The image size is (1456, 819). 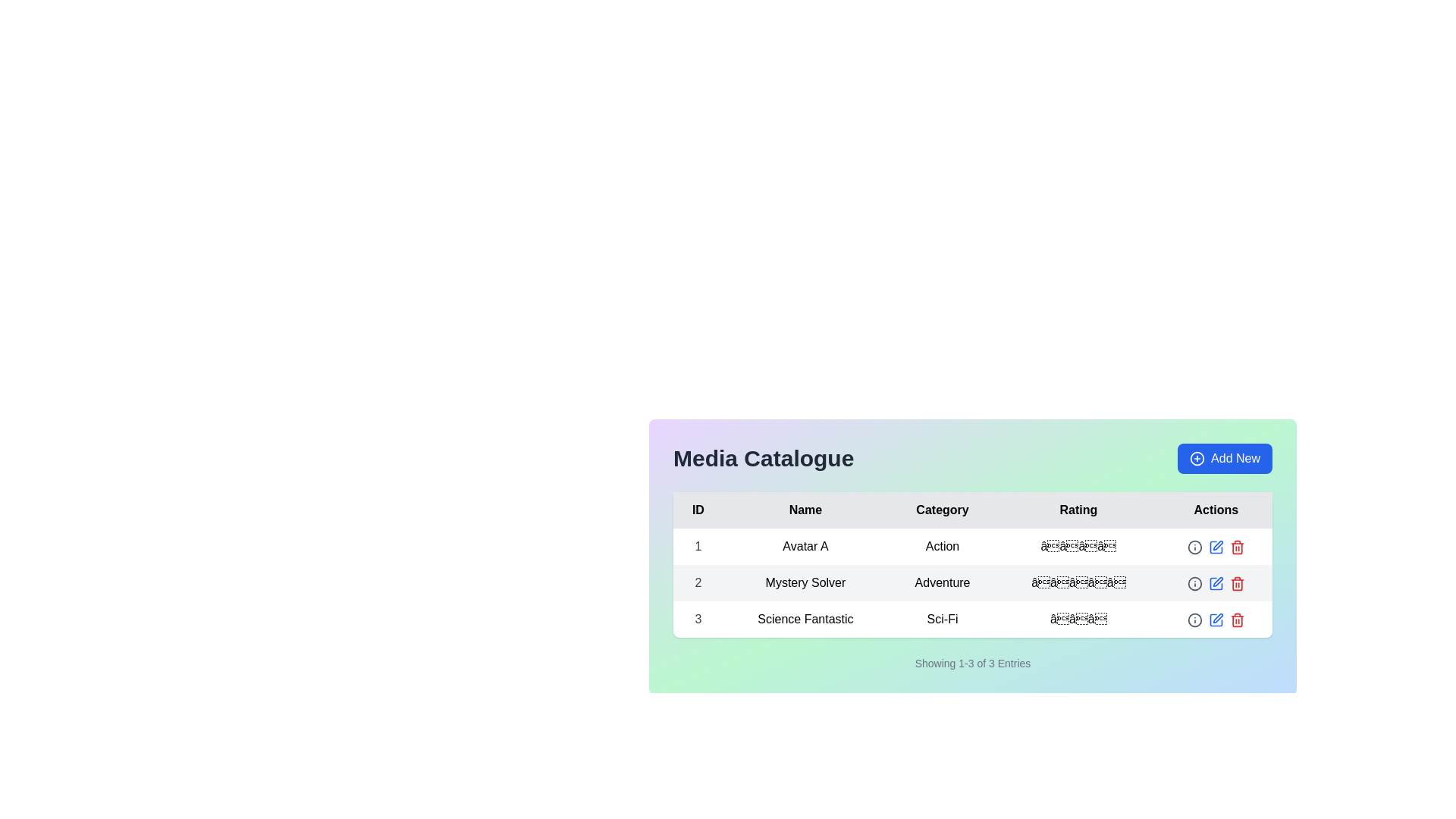 What do you see at coordinates (1216, 547) in the screenshot?
I see `the first SVG graphical element in the 'Actions' column associated with the 'Science Fantastic' entry` at bounding box center [1216, 547].